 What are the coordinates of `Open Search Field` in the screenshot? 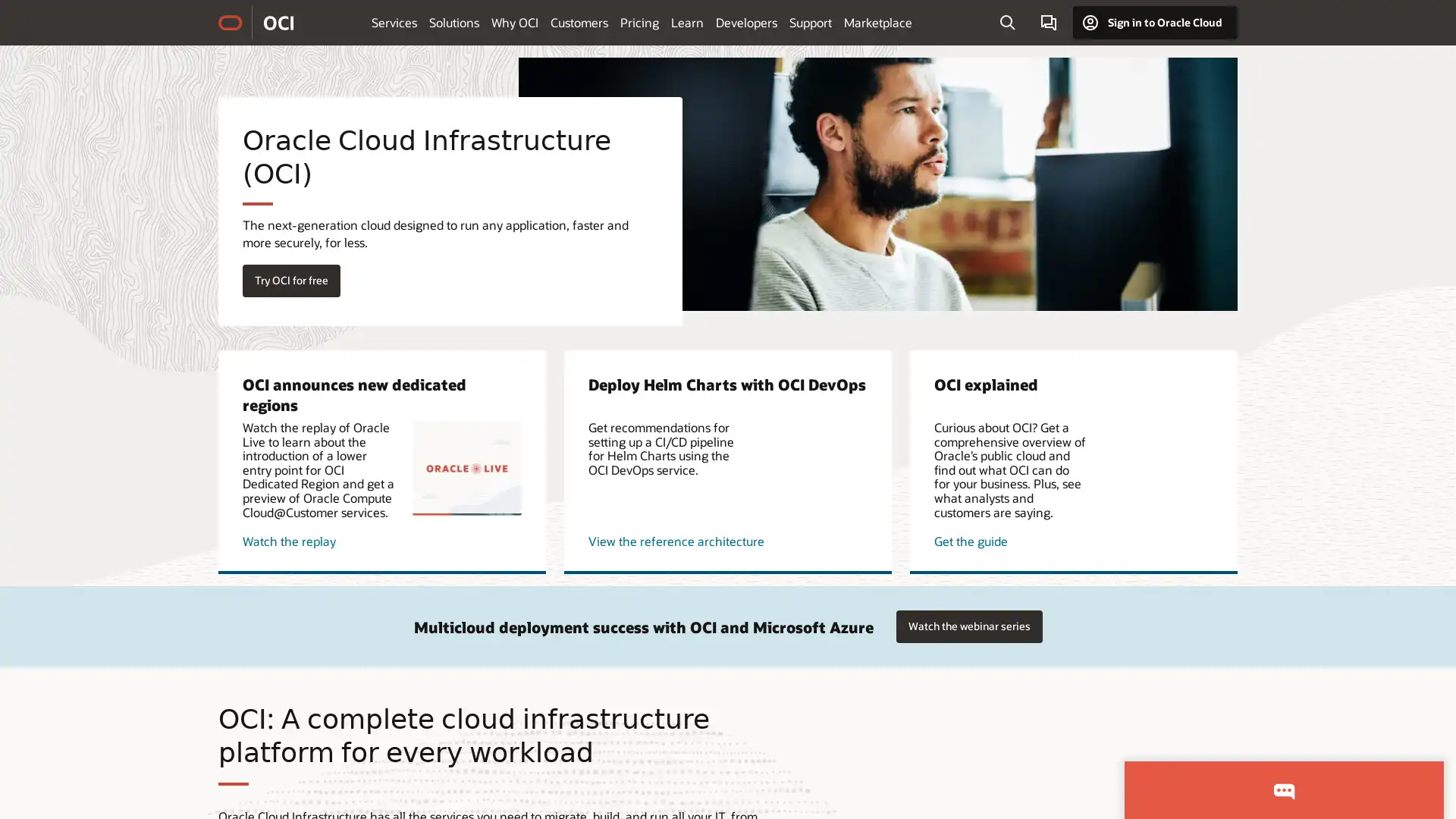 It's located at (1007, 23).